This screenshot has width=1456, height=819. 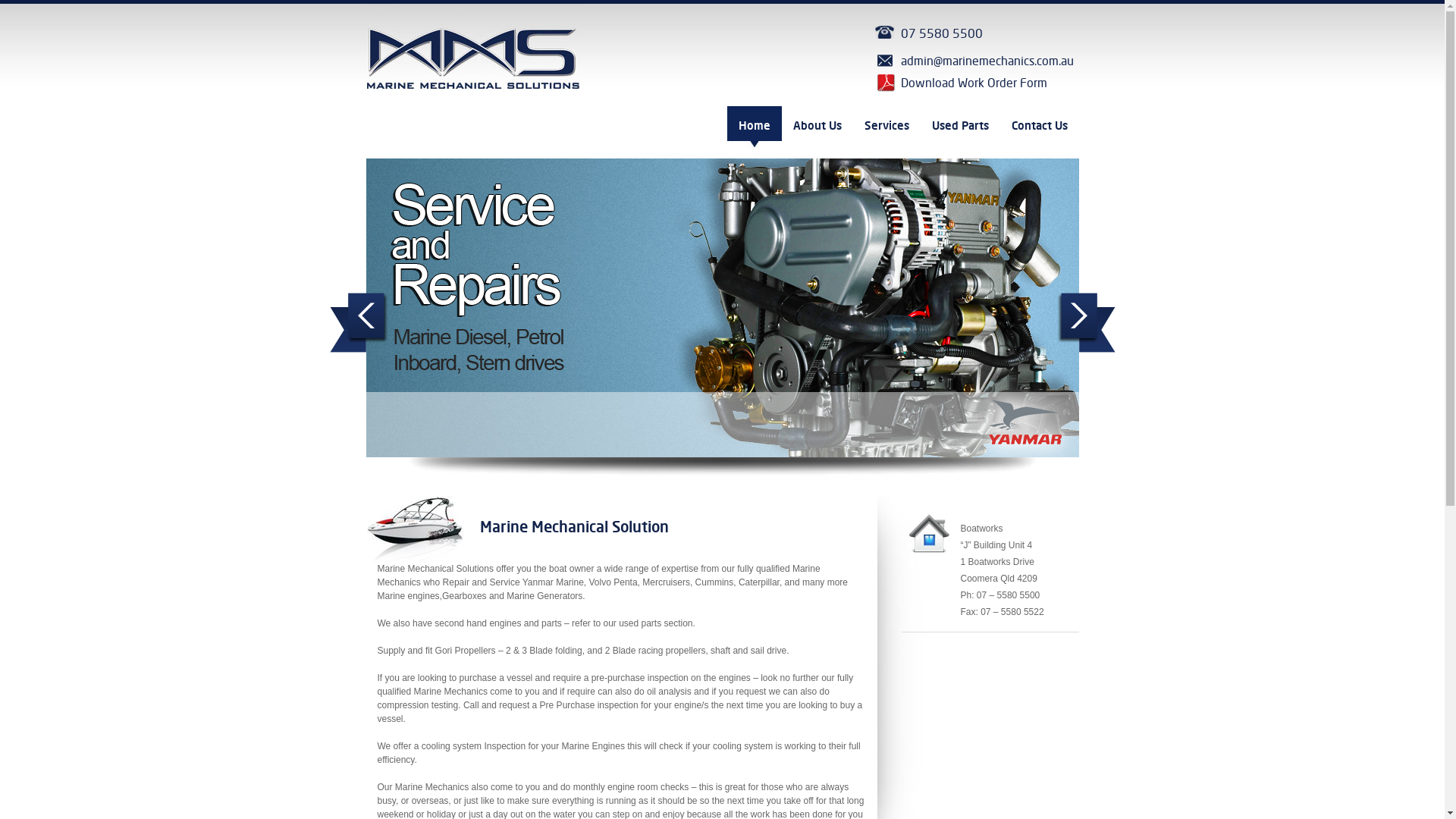 I want to click on 'Contact Us', so click(x=1037, y=125).